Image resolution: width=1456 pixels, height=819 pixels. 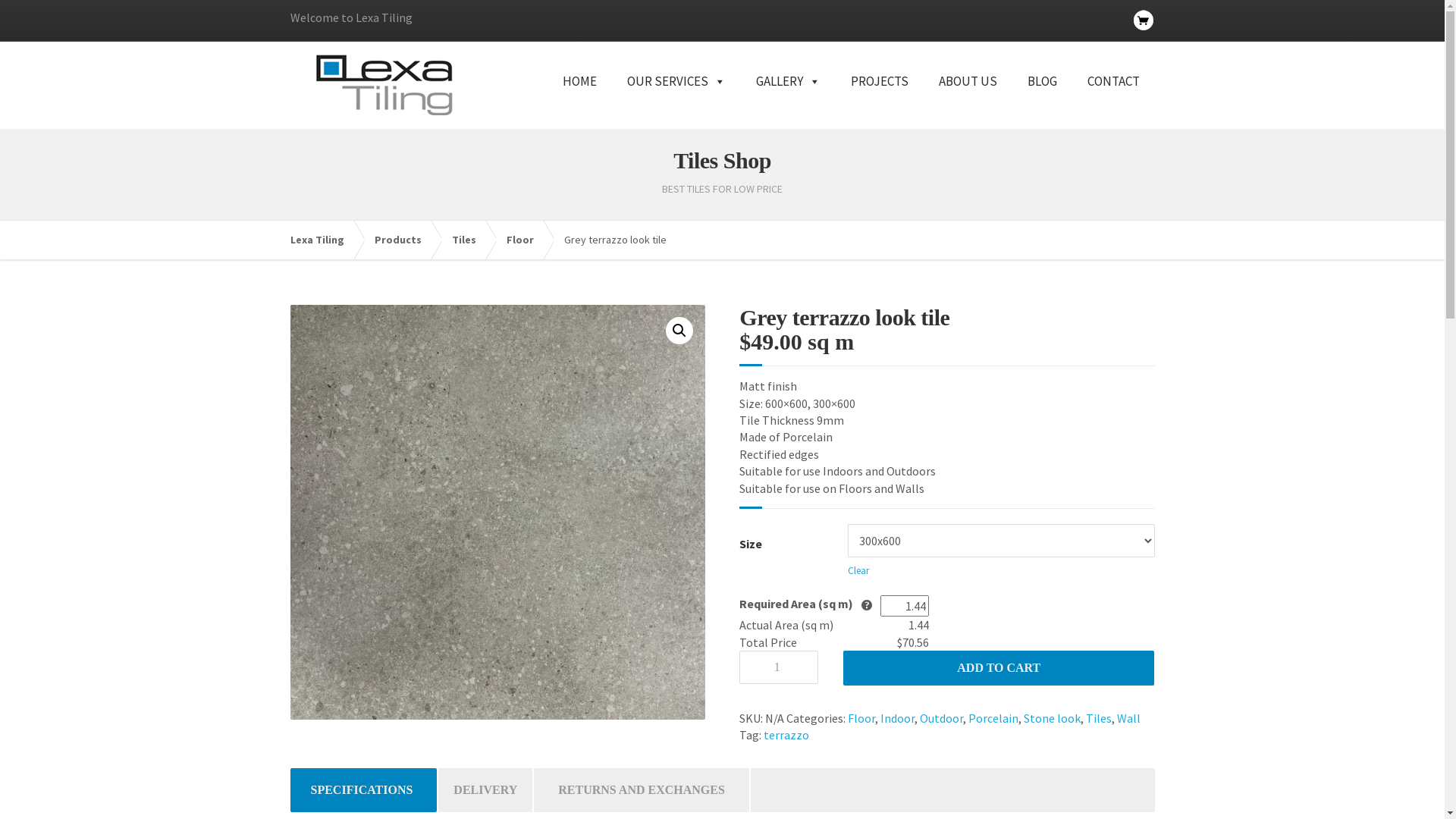 What do you see at coordinates (579, 99) in the screenshot?
I see `'HOME'` at bounding box center [579, 99].